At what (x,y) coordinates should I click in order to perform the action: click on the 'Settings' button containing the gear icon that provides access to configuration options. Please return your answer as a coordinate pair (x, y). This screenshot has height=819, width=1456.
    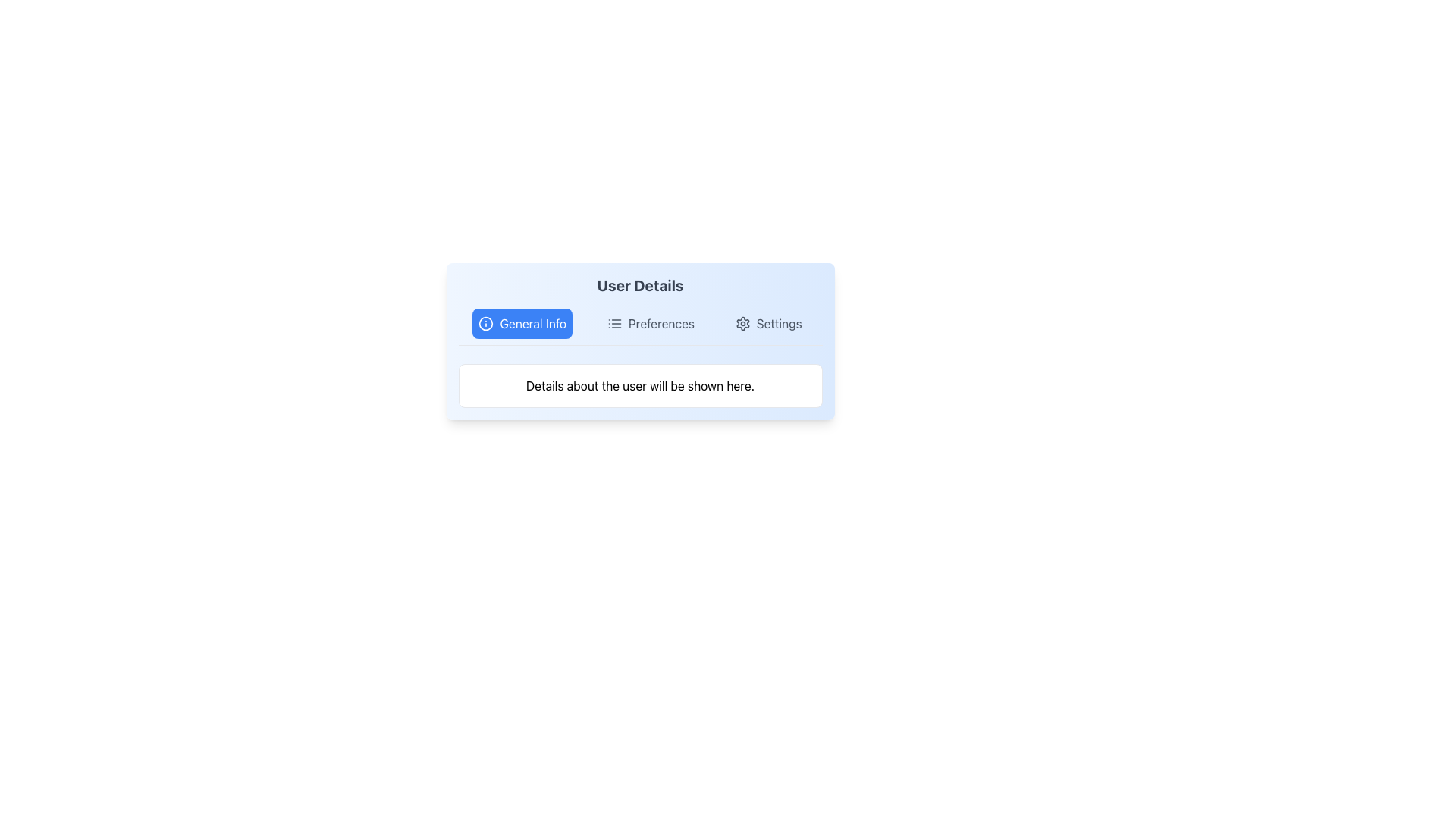
    Looking at the image, I should click on (742, 323).